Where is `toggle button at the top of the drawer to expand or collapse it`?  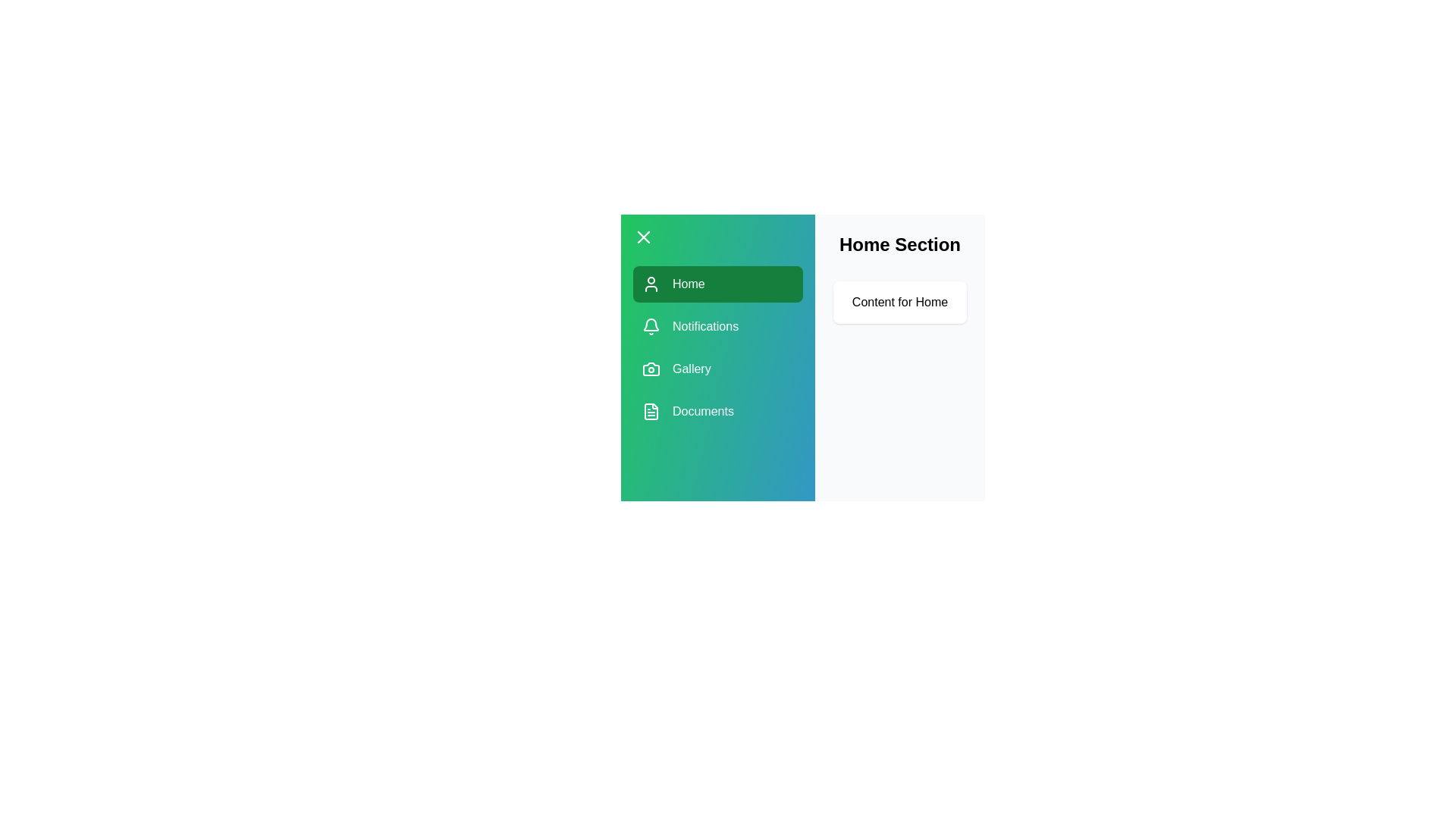
toggle button at the top of the drawer to expand or collapse it is located at coordinates (644, 237).